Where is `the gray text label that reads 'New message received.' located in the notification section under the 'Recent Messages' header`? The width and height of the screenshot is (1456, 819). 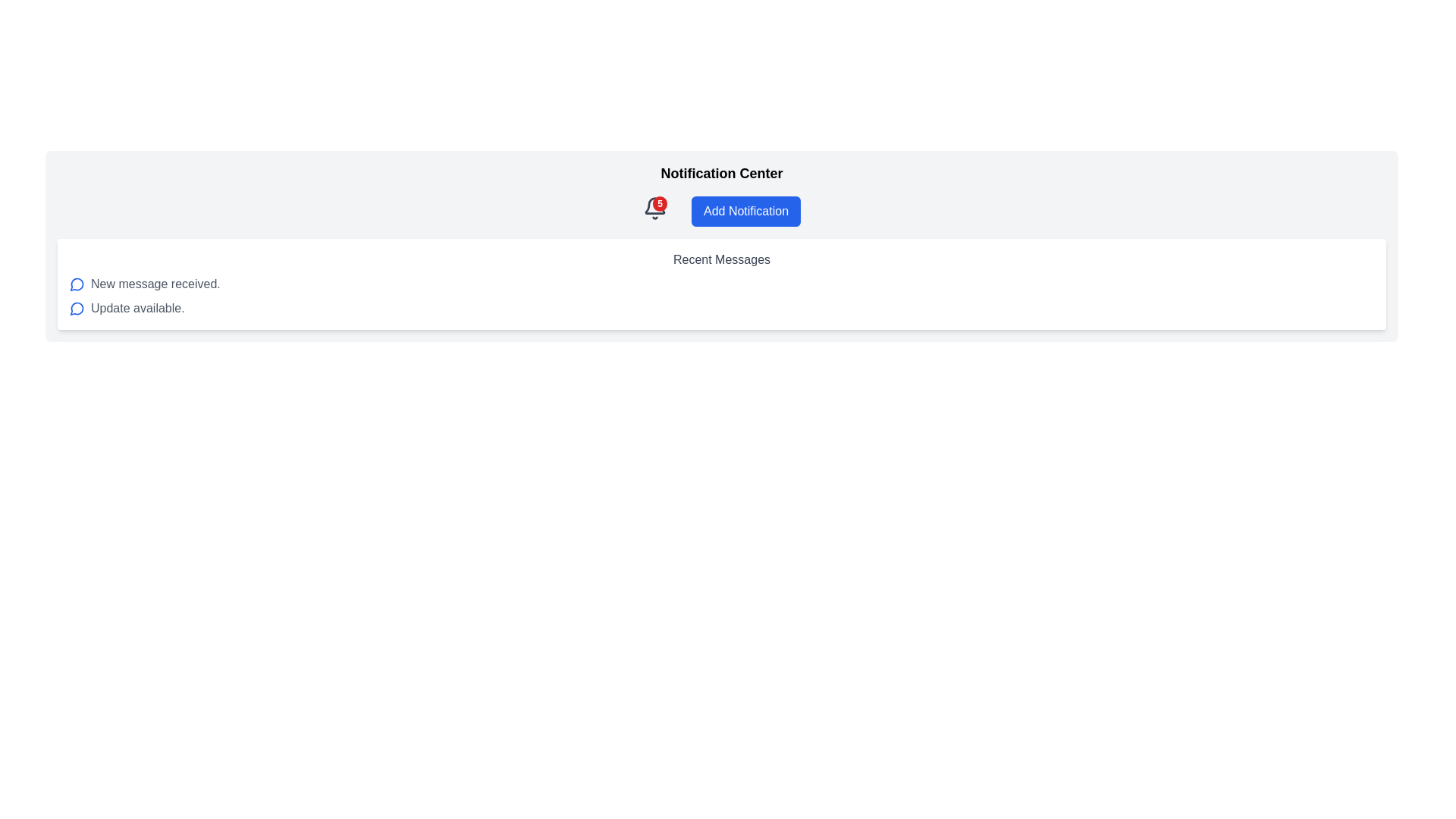 the gray text label that reads 'New message received.' located in the notification section under the 'Recent Messages' header is located at coordinates (155, 284).